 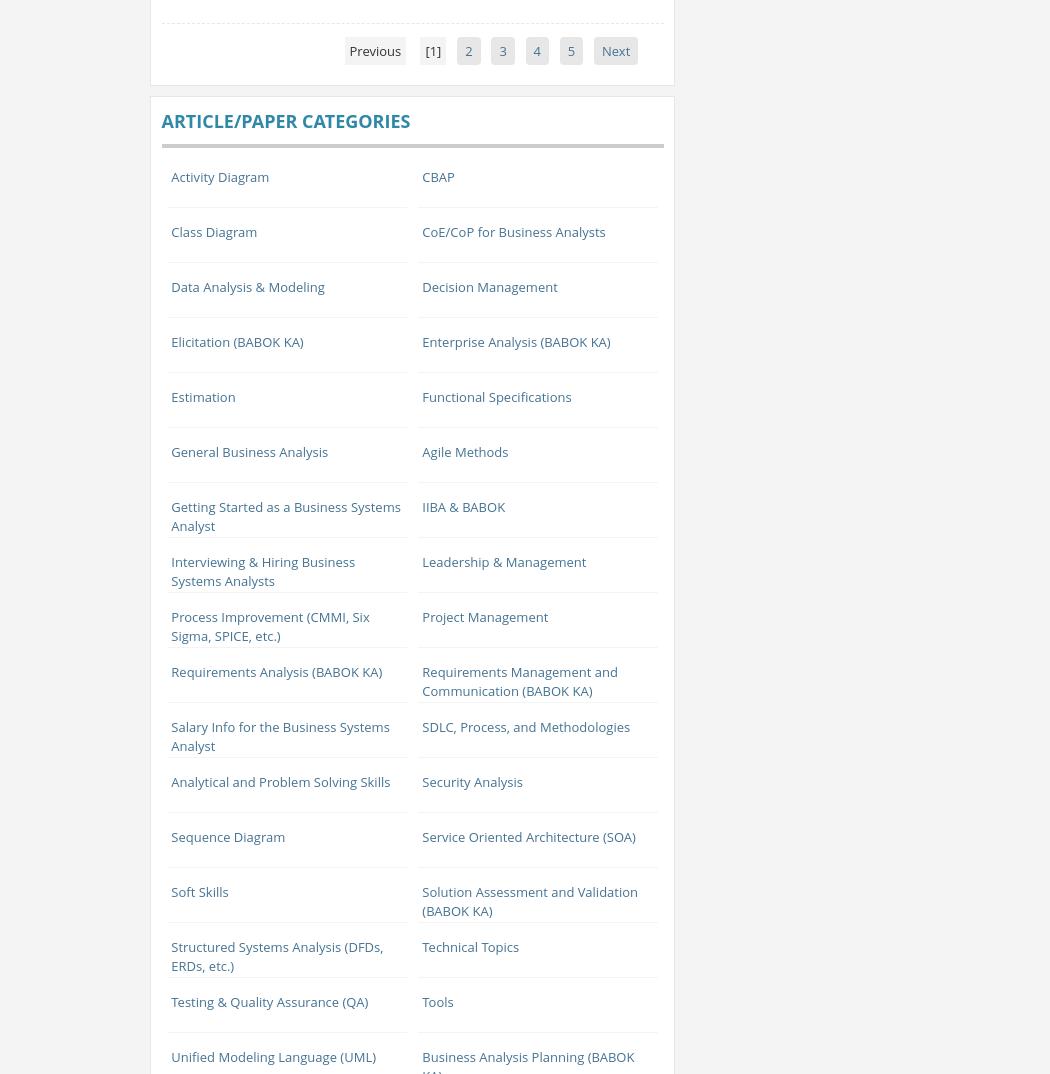 What do you see at coordinates (420, 449) in the screenshot?
I see `'Agile Methods'` at bounding box center [420, 449].